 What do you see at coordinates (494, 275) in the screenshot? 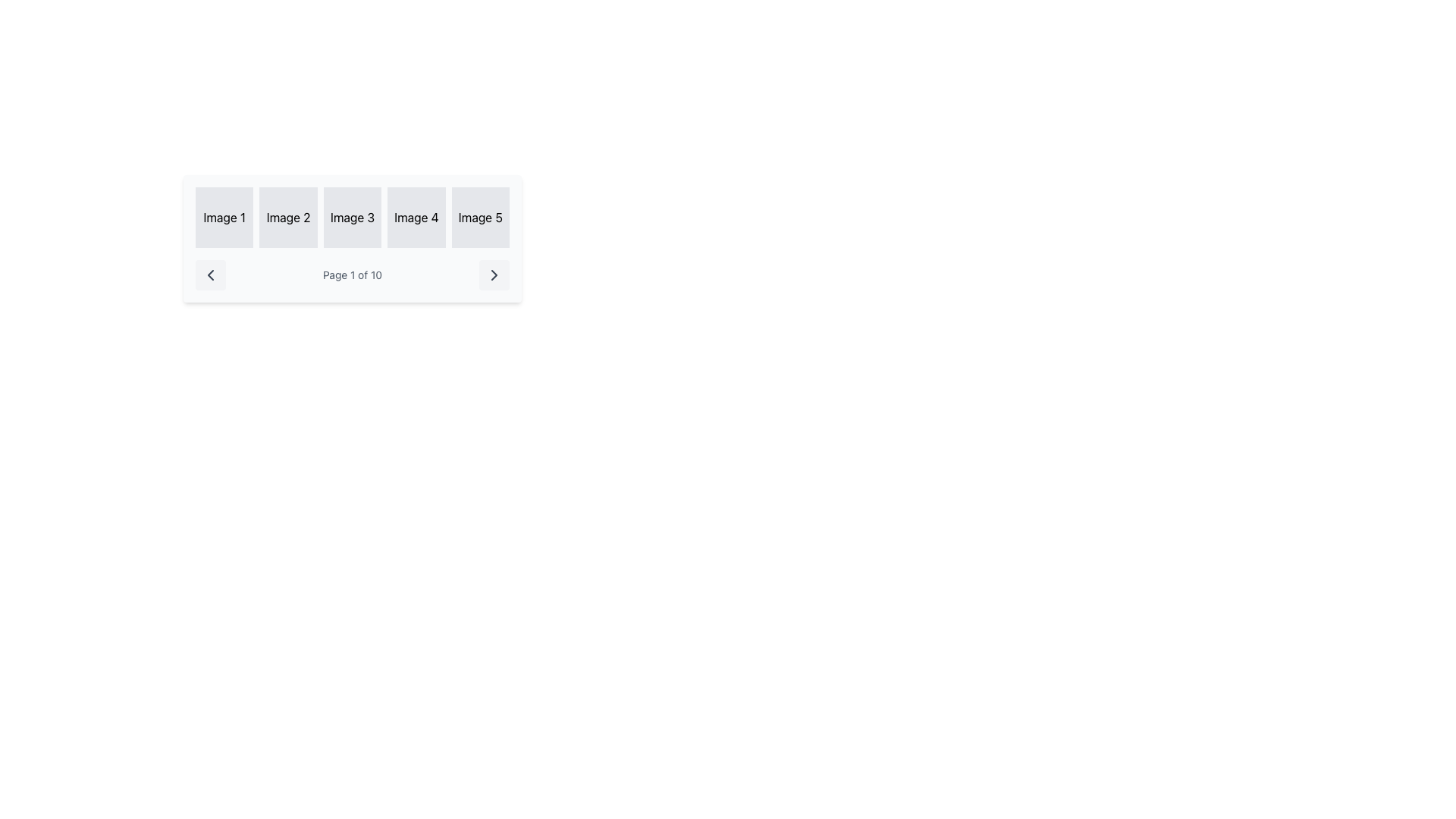
I see `the pagination button located at the far-right side of the pagination control group to observe its hover effect` at bounding box center [494, 275].